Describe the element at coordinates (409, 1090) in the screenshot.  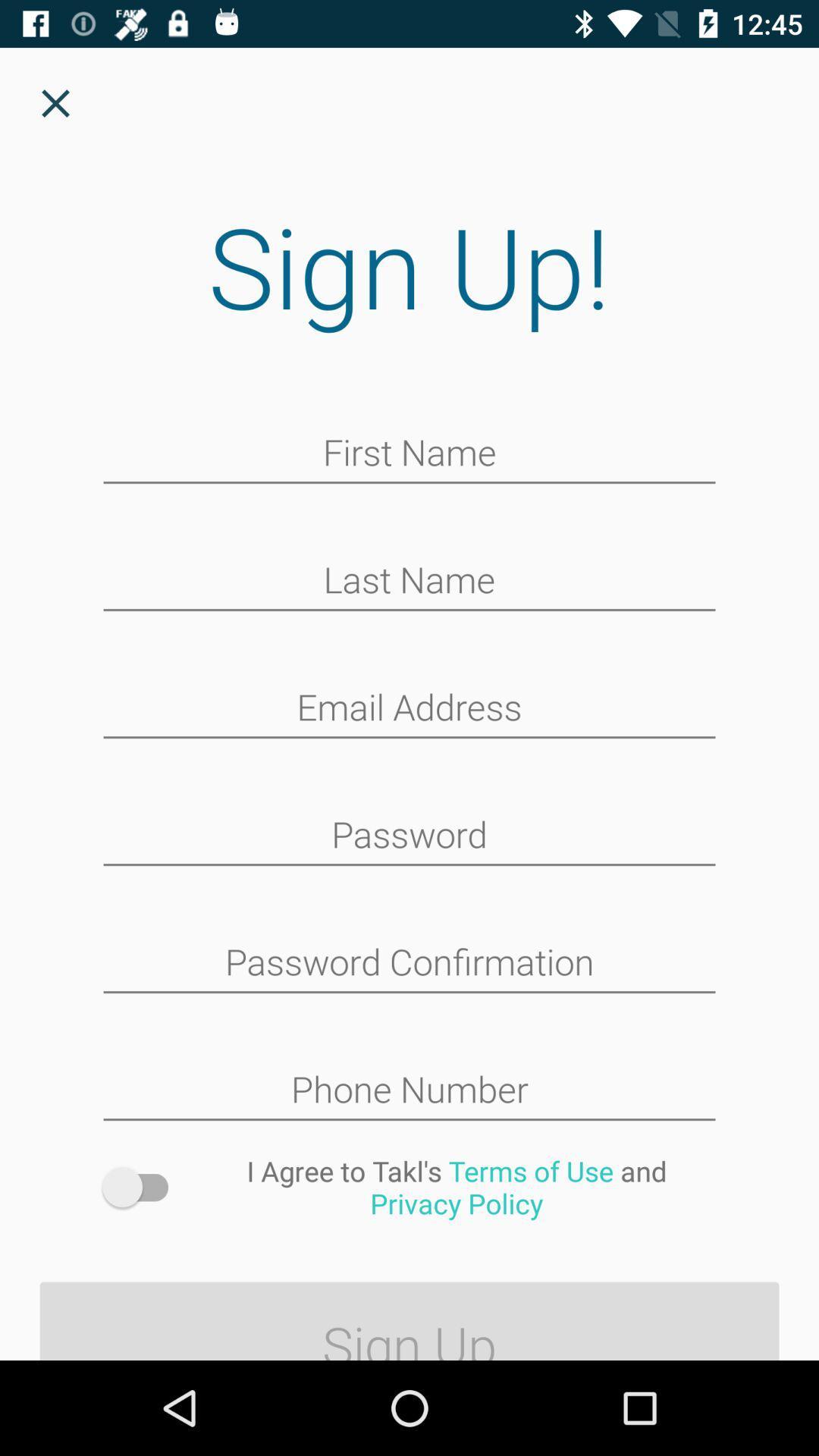
I see `phone number` at that location.